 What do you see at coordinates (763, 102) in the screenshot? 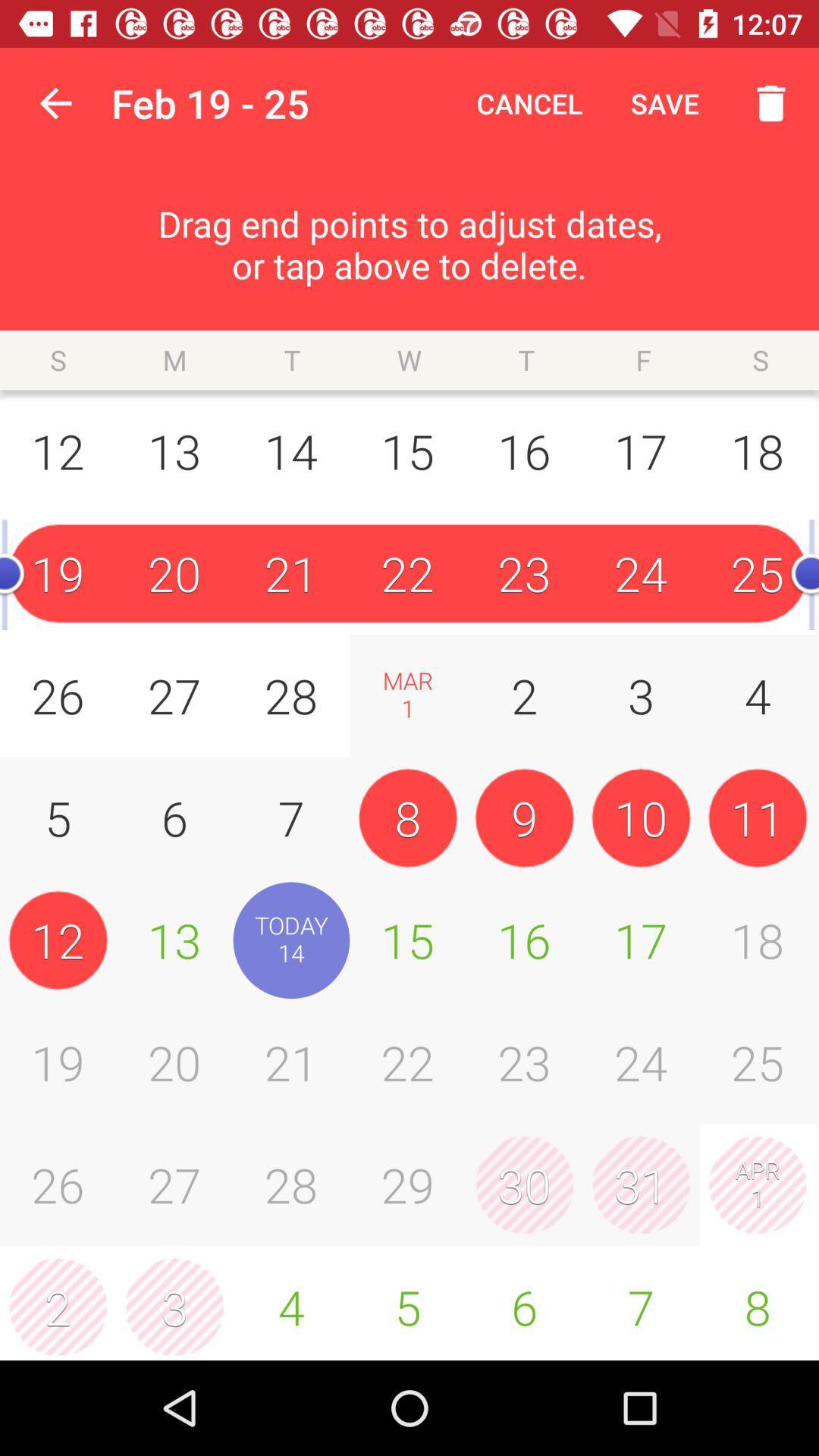
I see `delete` at bounding box center [763, 102].